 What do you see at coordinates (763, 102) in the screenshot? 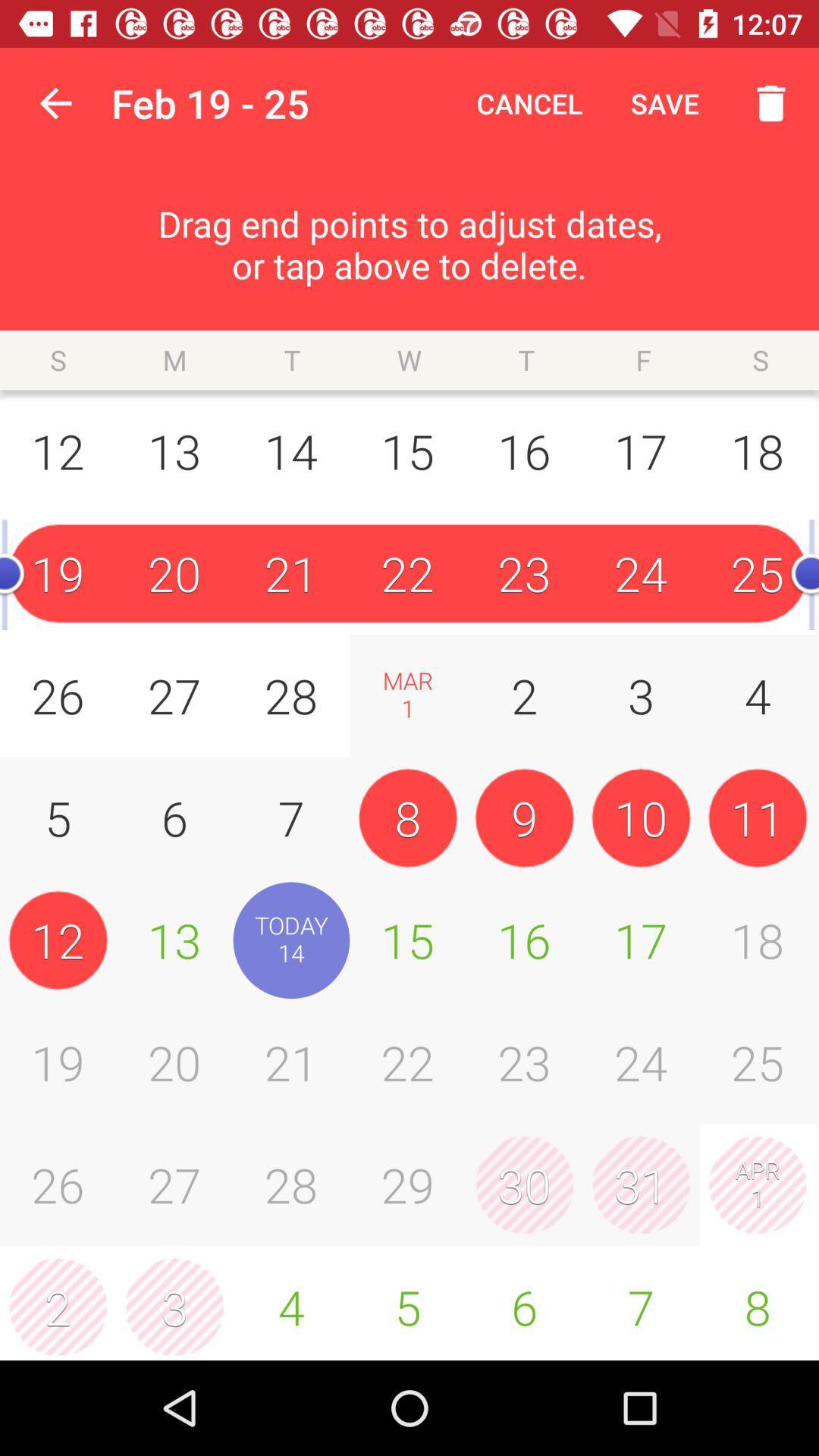
I see `delete` at bounding box center [763, 102].